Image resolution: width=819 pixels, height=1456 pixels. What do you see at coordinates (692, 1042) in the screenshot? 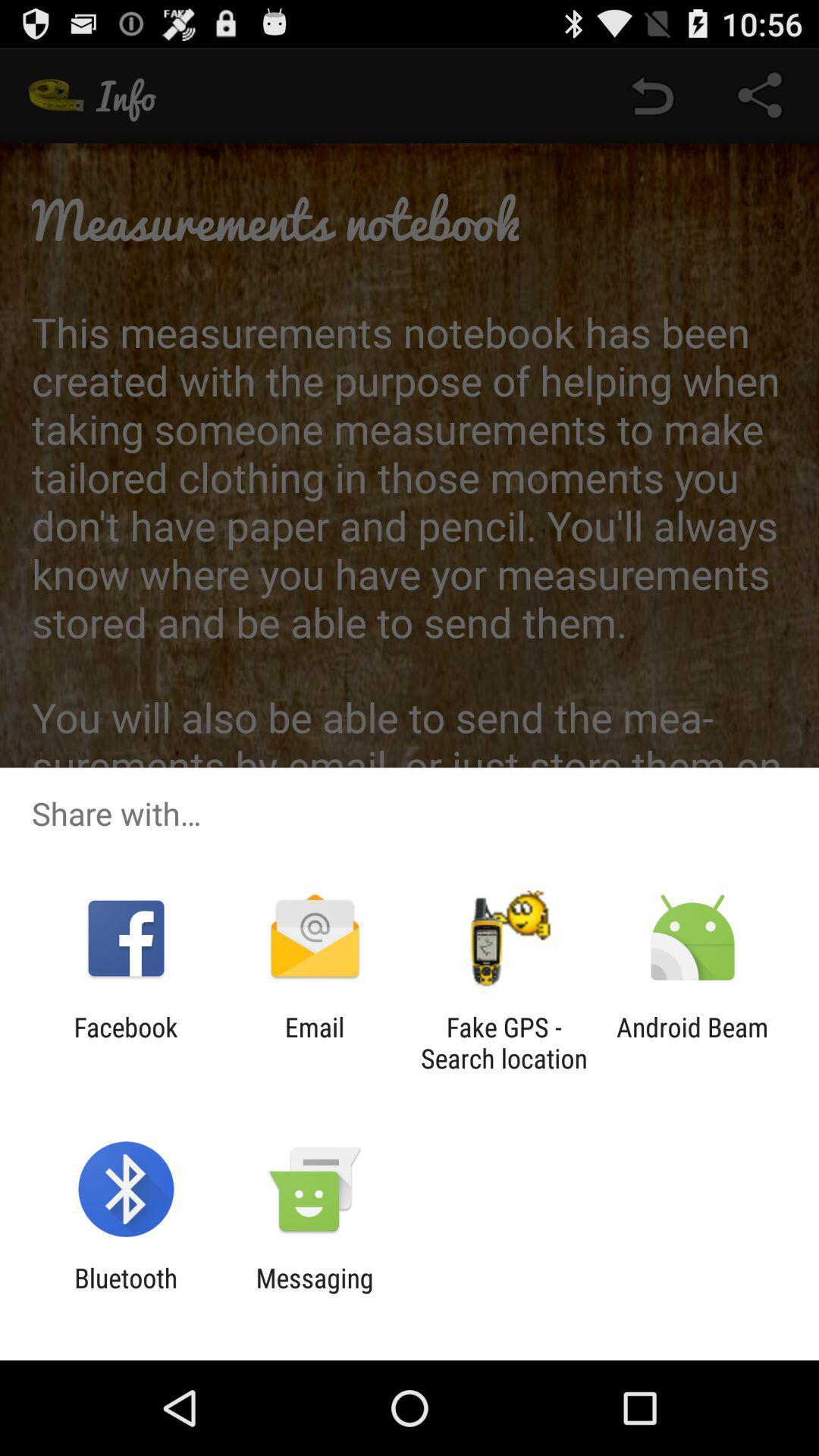
I see `the android beam` at bounding box center [692, 1042].